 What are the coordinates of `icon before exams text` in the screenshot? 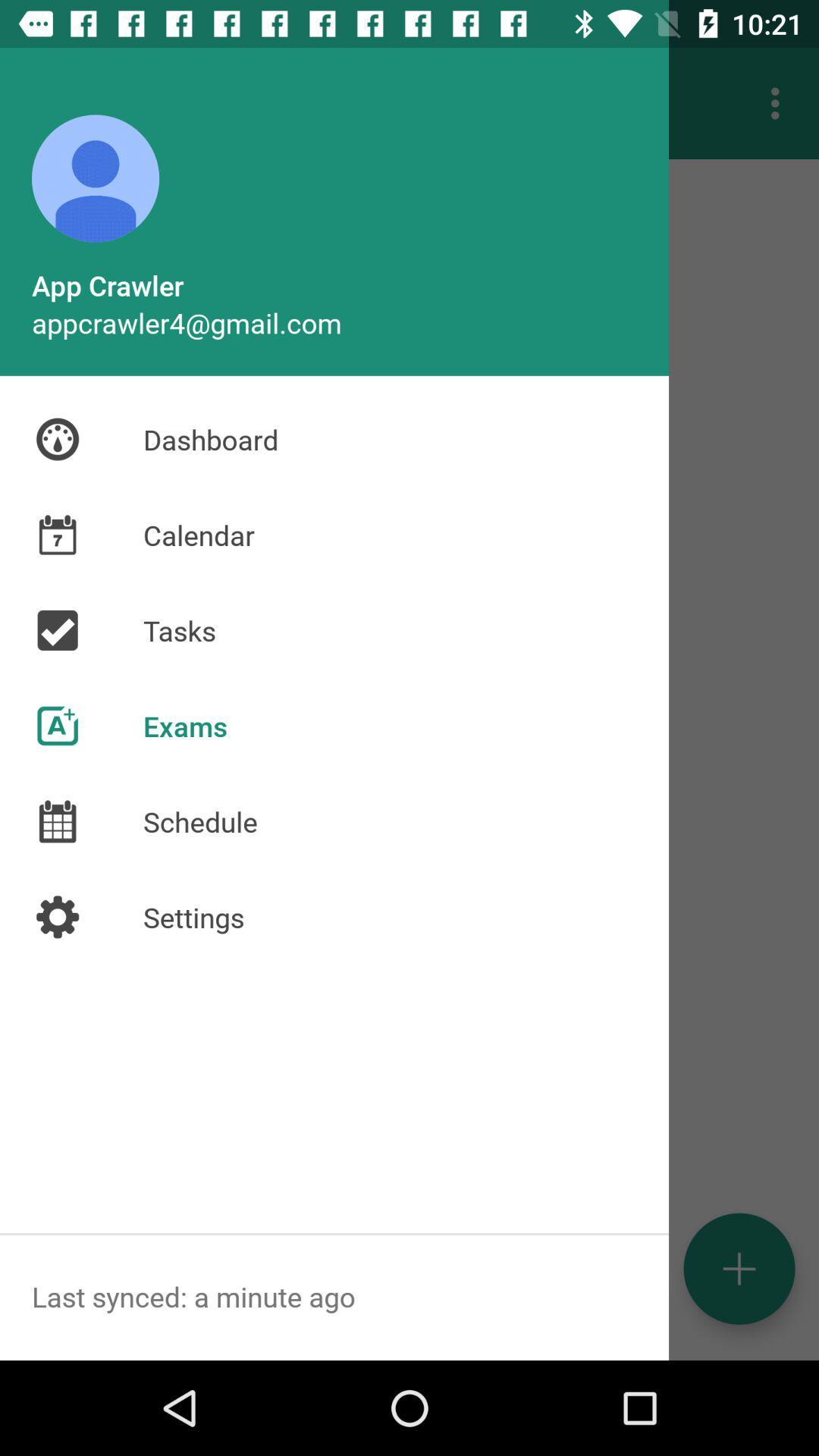 It's located at (57, 725).